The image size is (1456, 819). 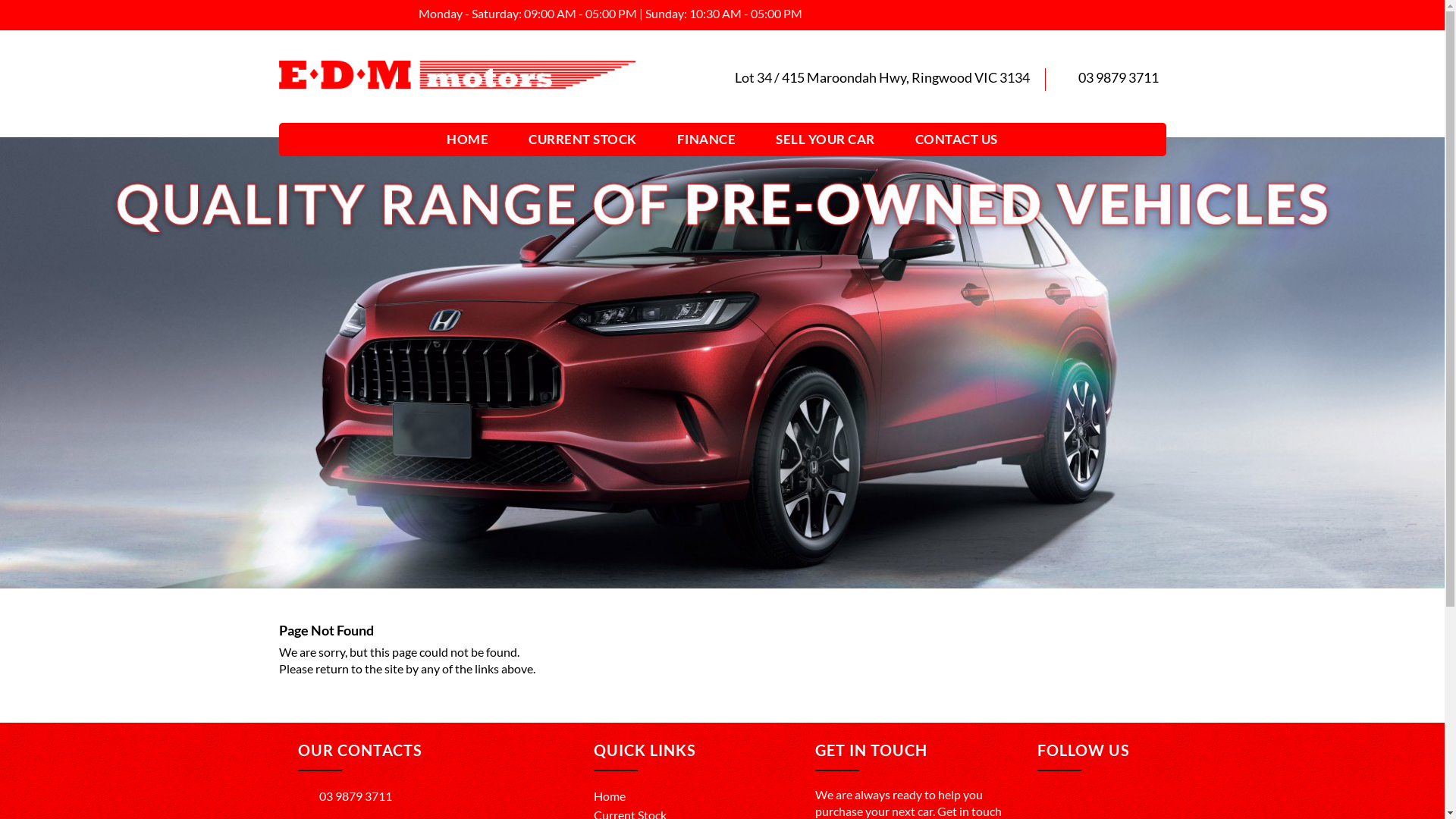 What do you see at coordinates (435, 140) in the screenshot?
I see `'HOME'` at bounding box center [435, 140].